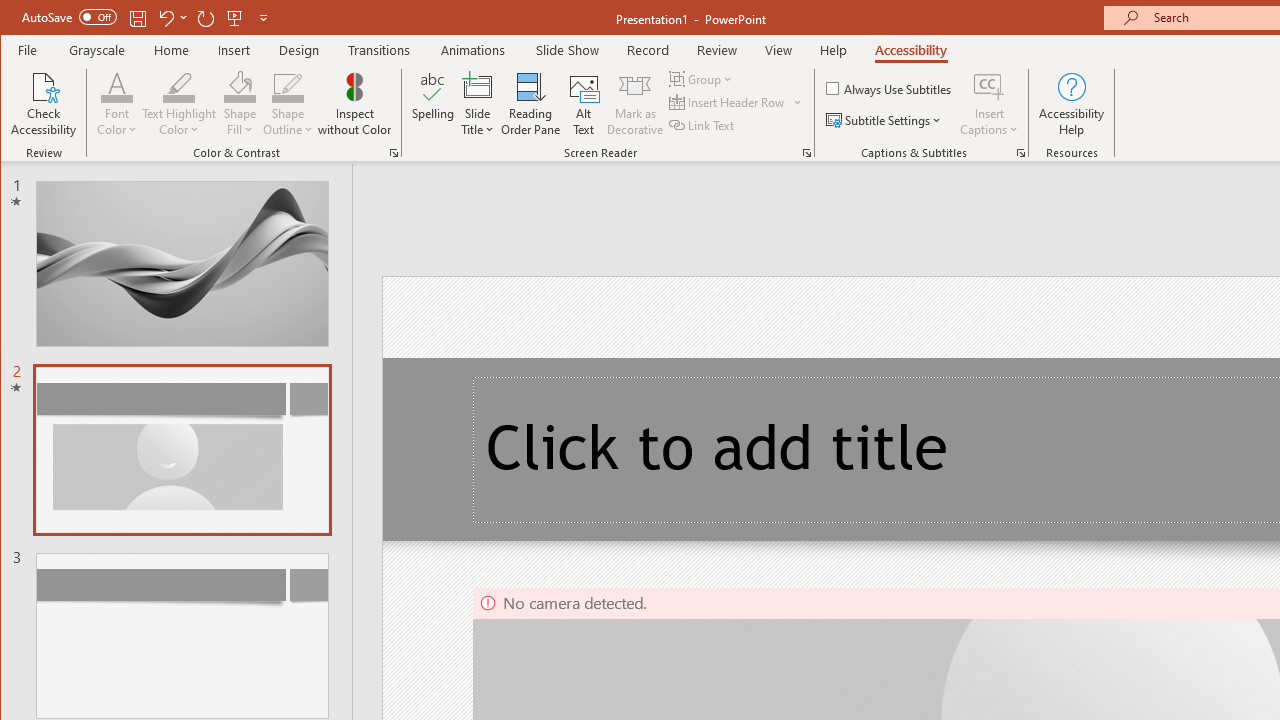  What do you see at coordinates (727, 102) in the screenshot?
I see `'Insert Header Row'` at bounding box center [727, 102].